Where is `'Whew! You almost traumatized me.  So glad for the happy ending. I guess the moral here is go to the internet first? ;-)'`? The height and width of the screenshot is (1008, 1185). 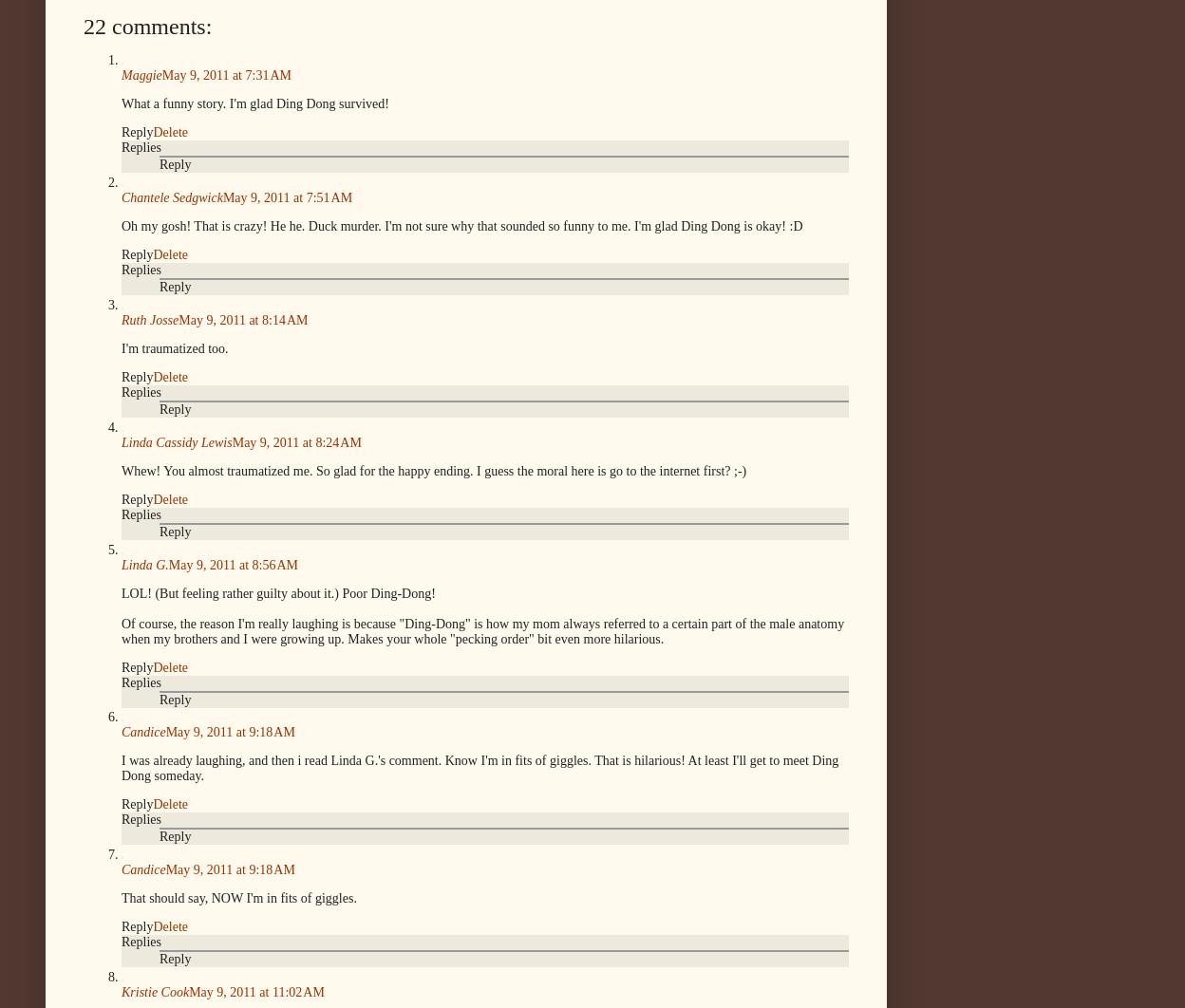 'Whew! You almost traumatized me.  So glad for the happy ending. I guess the moral here is go to the internet first? ;-)' is located at coordinates (434, 469).